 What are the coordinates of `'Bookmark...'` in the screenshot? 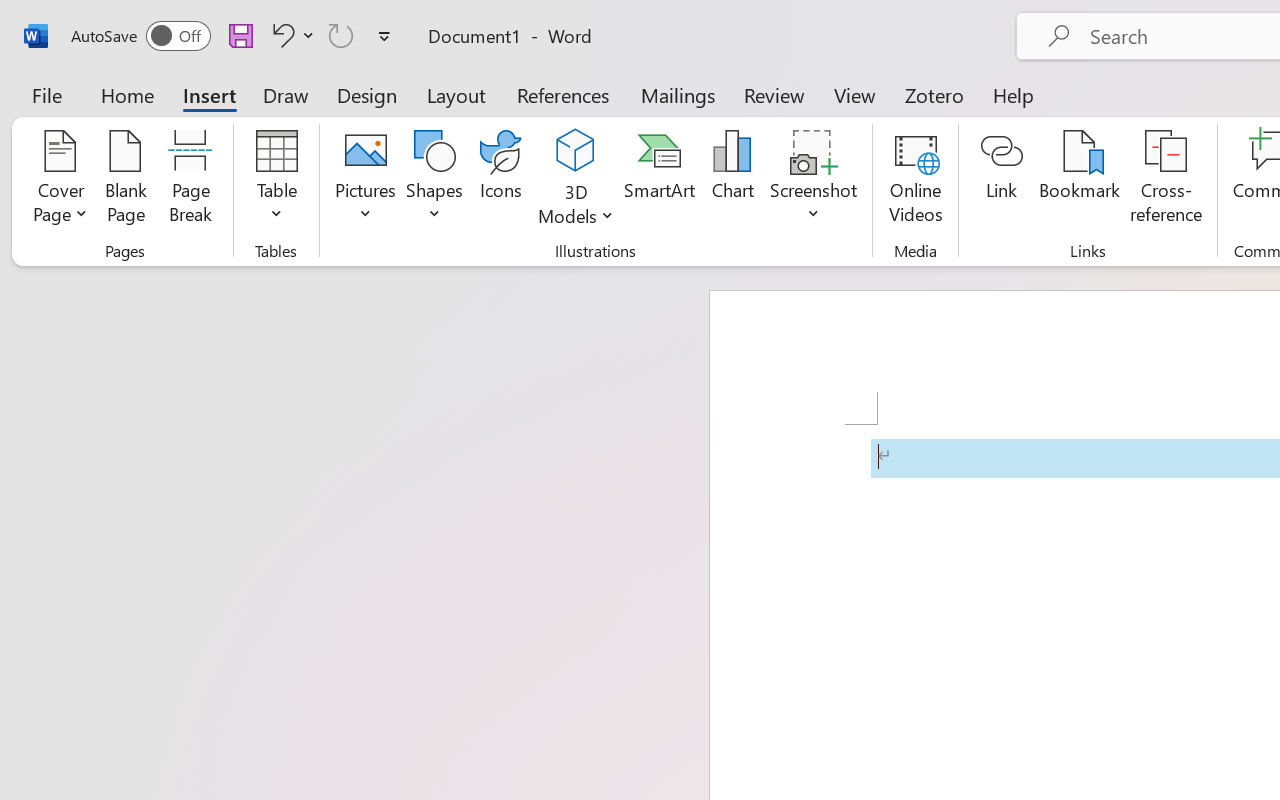 It's located at (1078, 179).